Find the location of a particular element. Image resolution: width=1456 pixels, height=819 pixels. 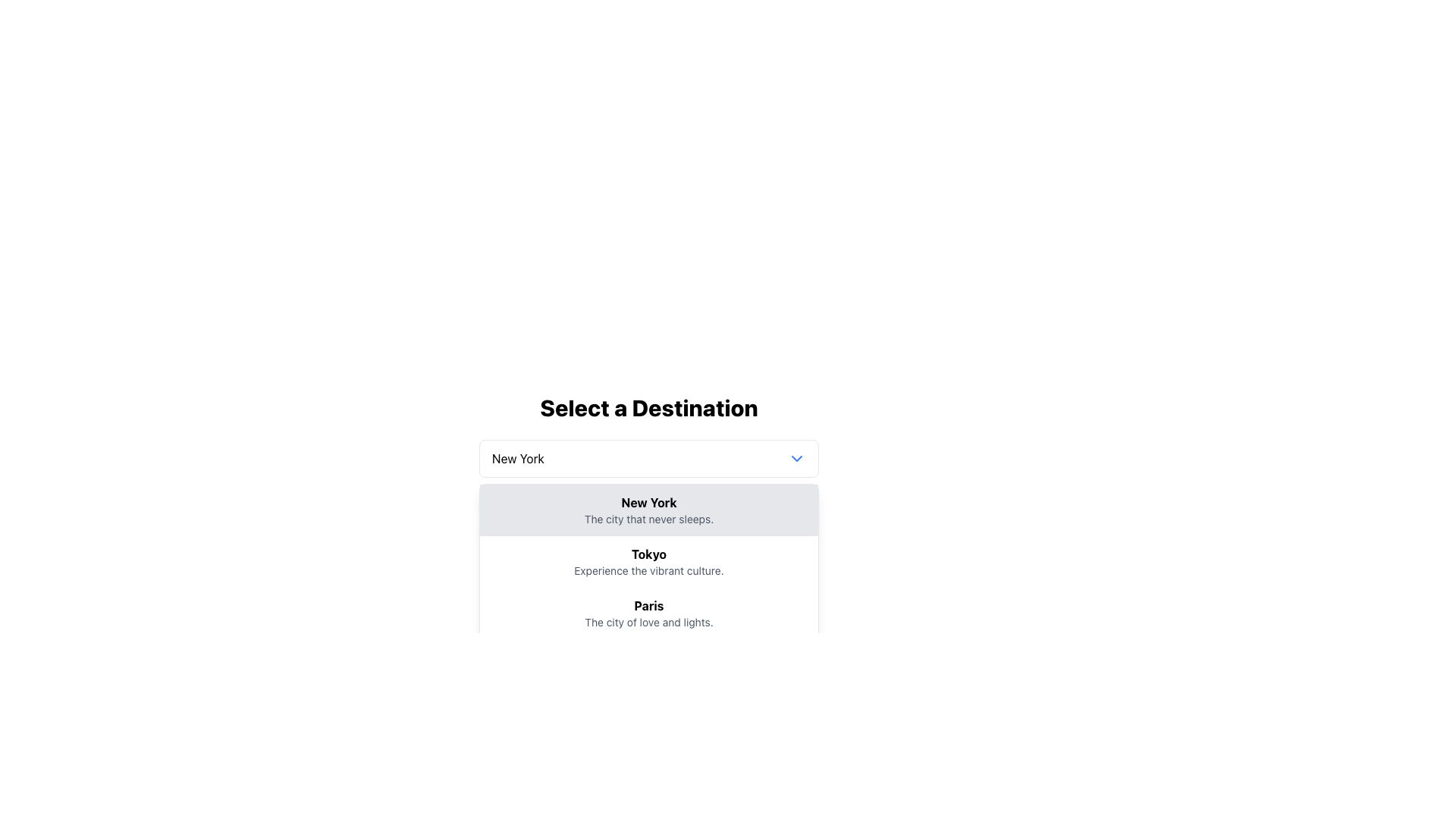

the bold text reading 'New York' located at the top of the selectable list of destinations under the 'Select a Destination' title is located at coordinates (648, 503).